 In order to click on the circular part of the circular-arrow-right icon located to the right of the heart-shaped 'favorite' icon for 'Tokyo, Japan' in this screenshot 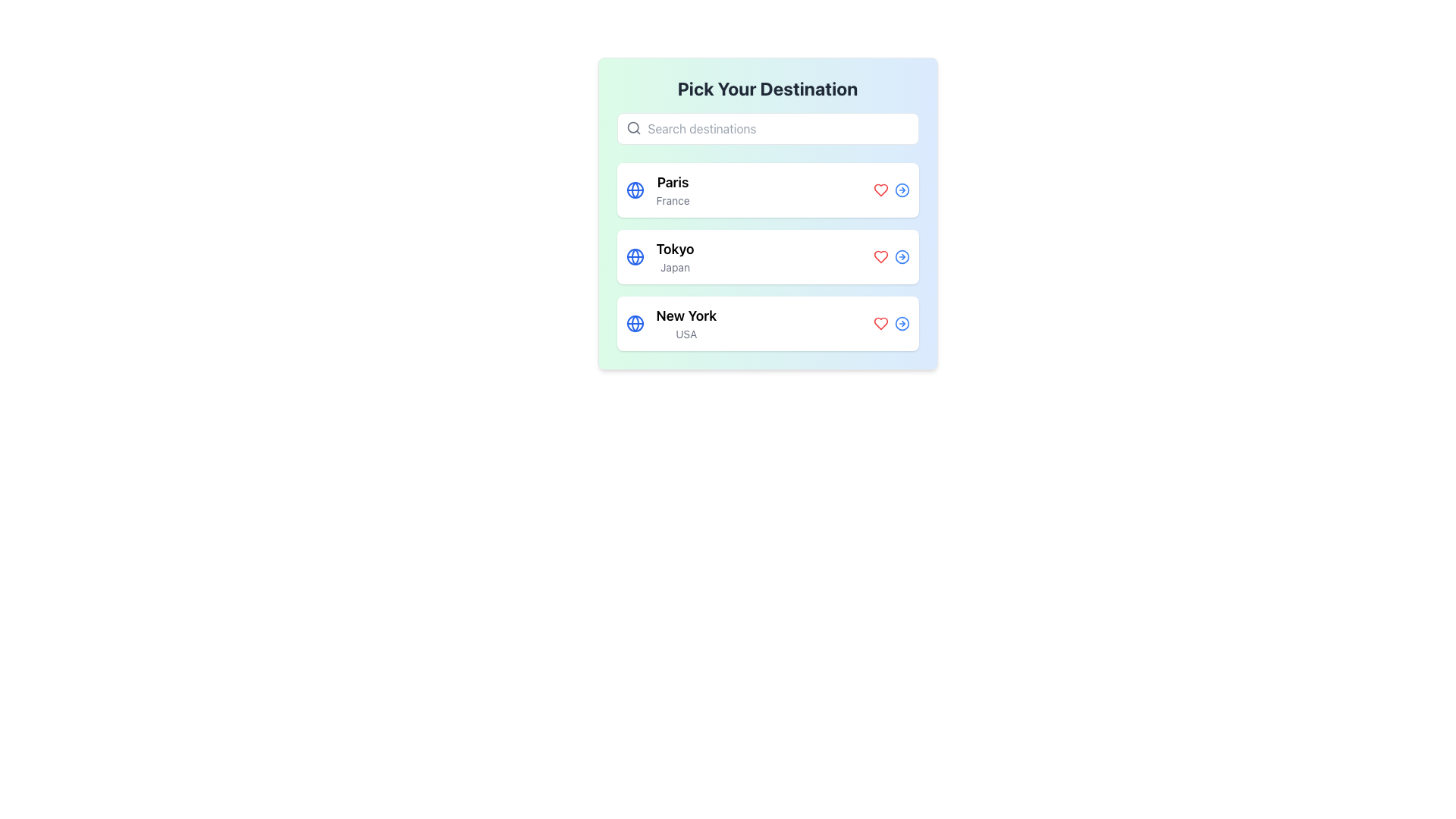, I will do `click(902, 256)`.